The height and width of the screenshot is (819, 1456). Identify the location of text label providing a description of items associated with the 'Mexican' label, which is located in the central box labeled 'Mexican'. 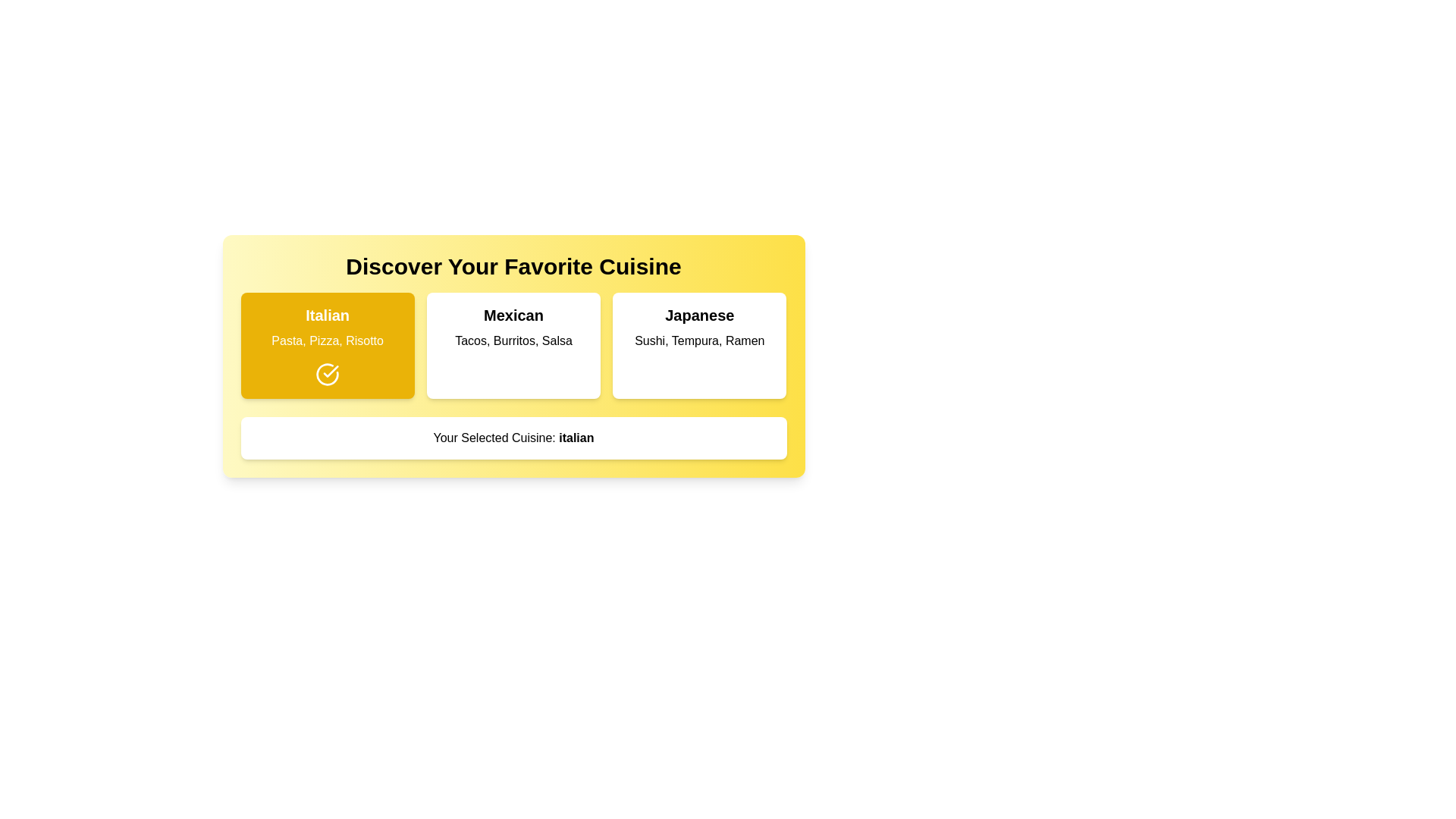
(513, 341).